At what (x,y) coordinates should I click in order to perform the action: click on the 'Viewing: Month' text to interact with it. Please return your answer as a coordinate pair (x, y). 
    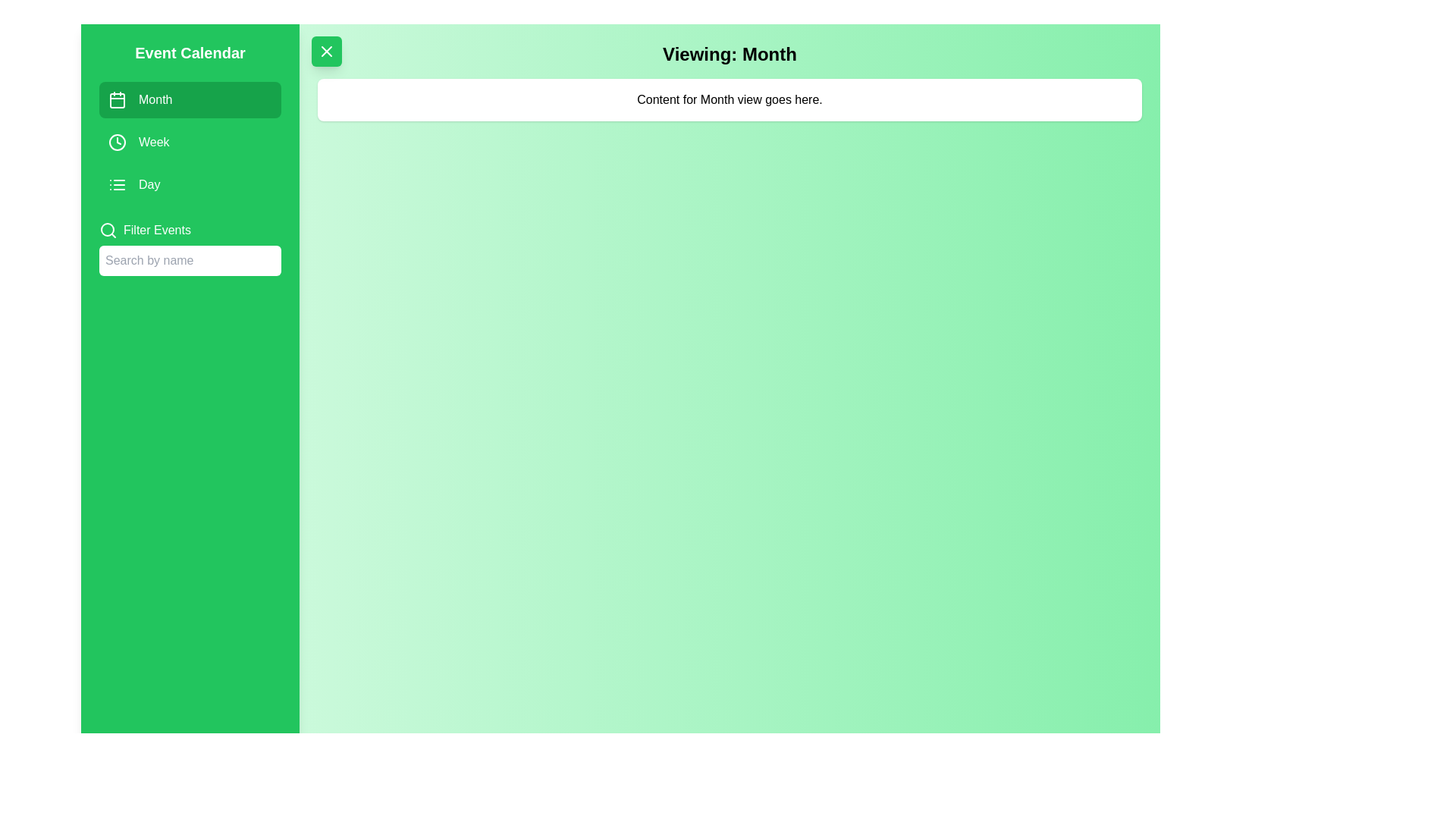
    Looking at the image, I should click on (730, 54).